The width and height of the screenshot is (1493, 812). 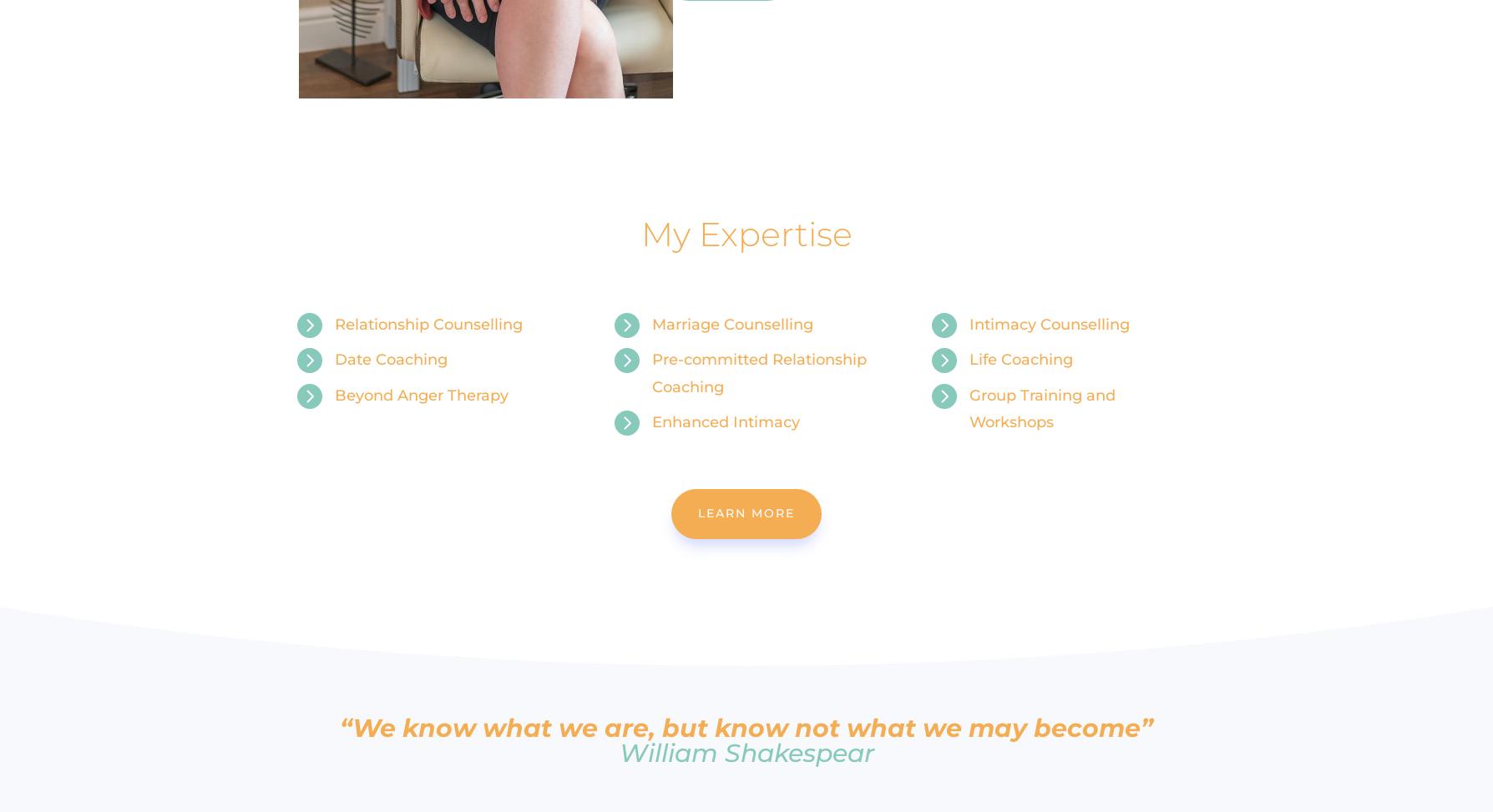 I want to click on 'Beyond Anger Therapy', so click(x=421, y=394).